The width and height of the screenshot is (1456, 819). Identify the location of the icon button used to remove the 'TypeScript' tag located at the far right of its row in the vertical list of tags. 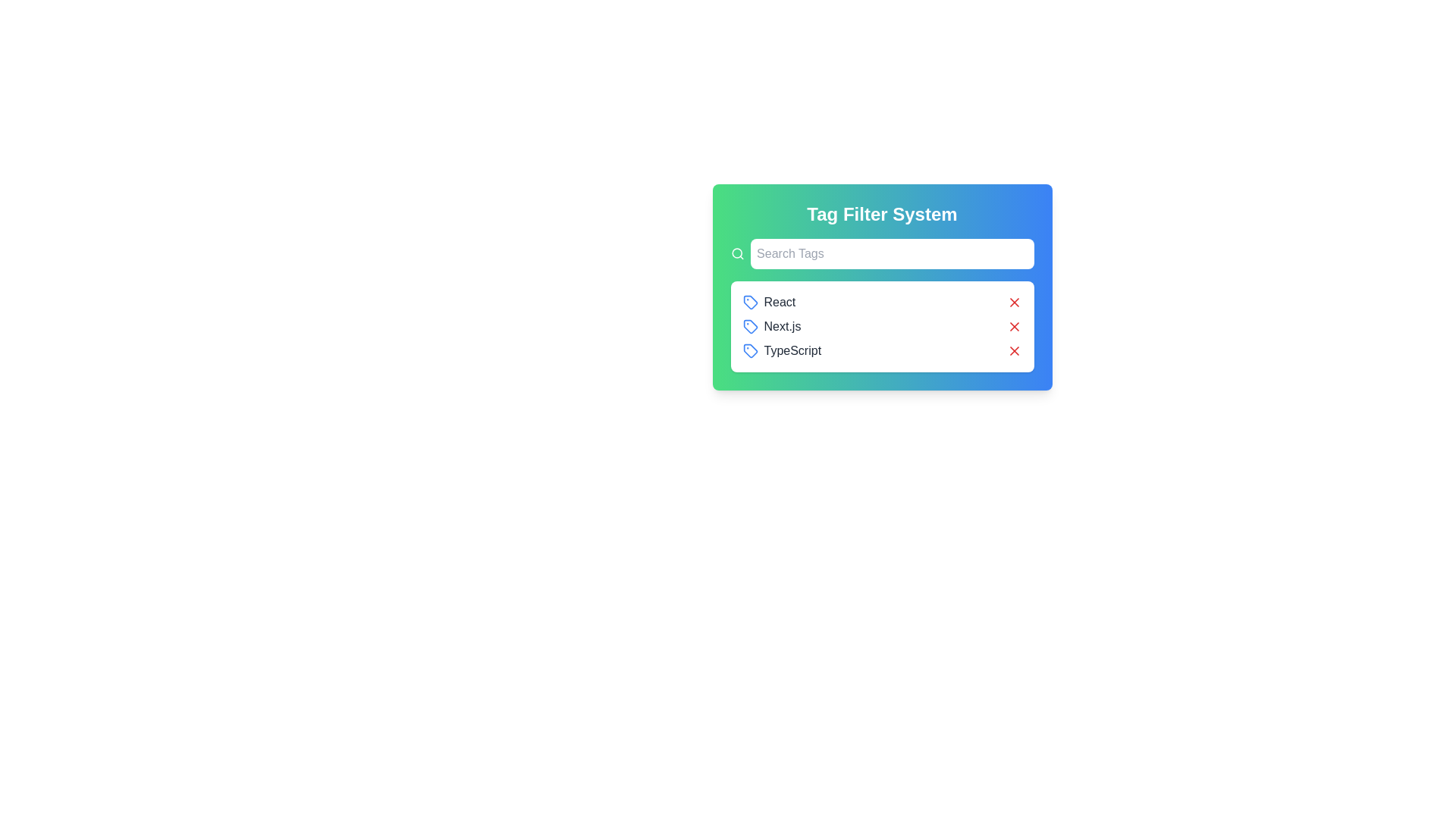
(1014, 350).